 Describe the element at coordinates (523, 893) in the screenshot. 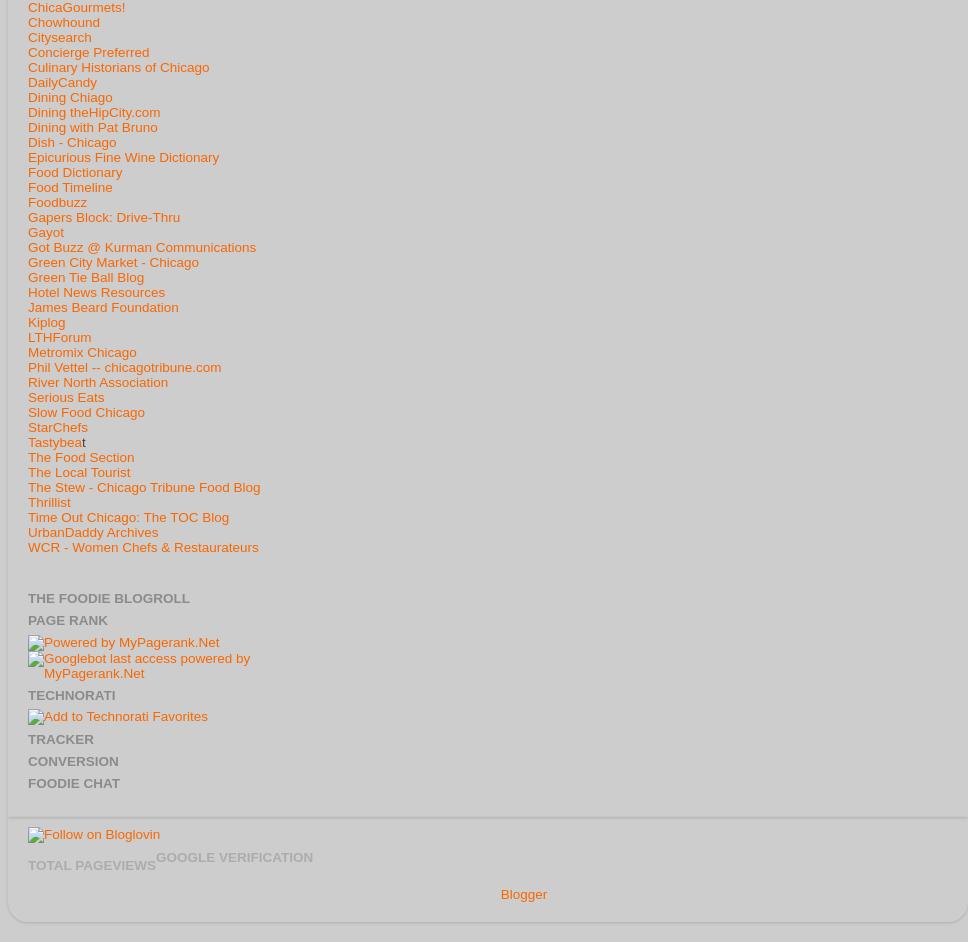

I see `'Blogger'` at that location.